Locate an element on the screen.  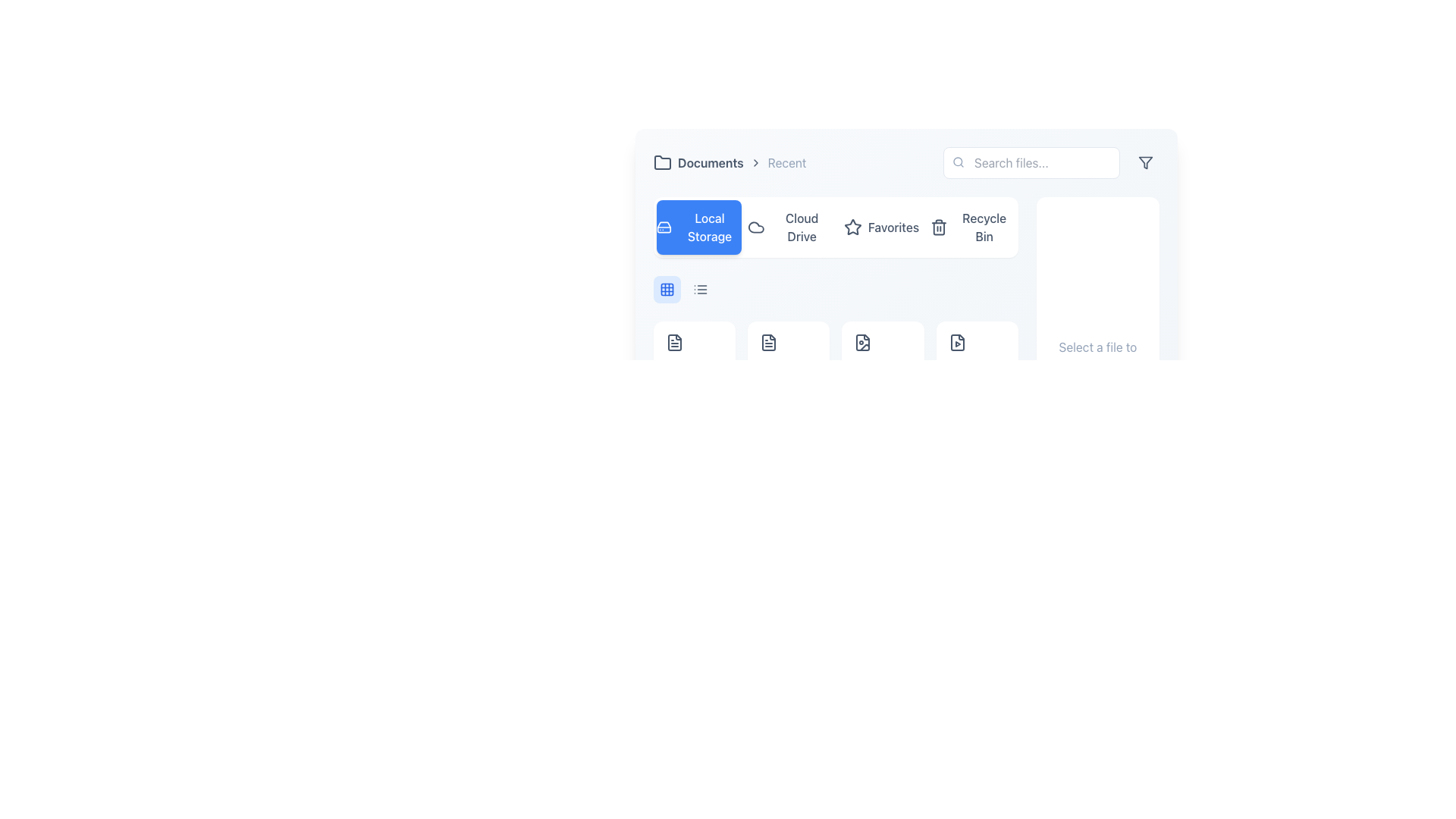
the second icon button in the upper section of the interface is located at coordinates (700, 289).